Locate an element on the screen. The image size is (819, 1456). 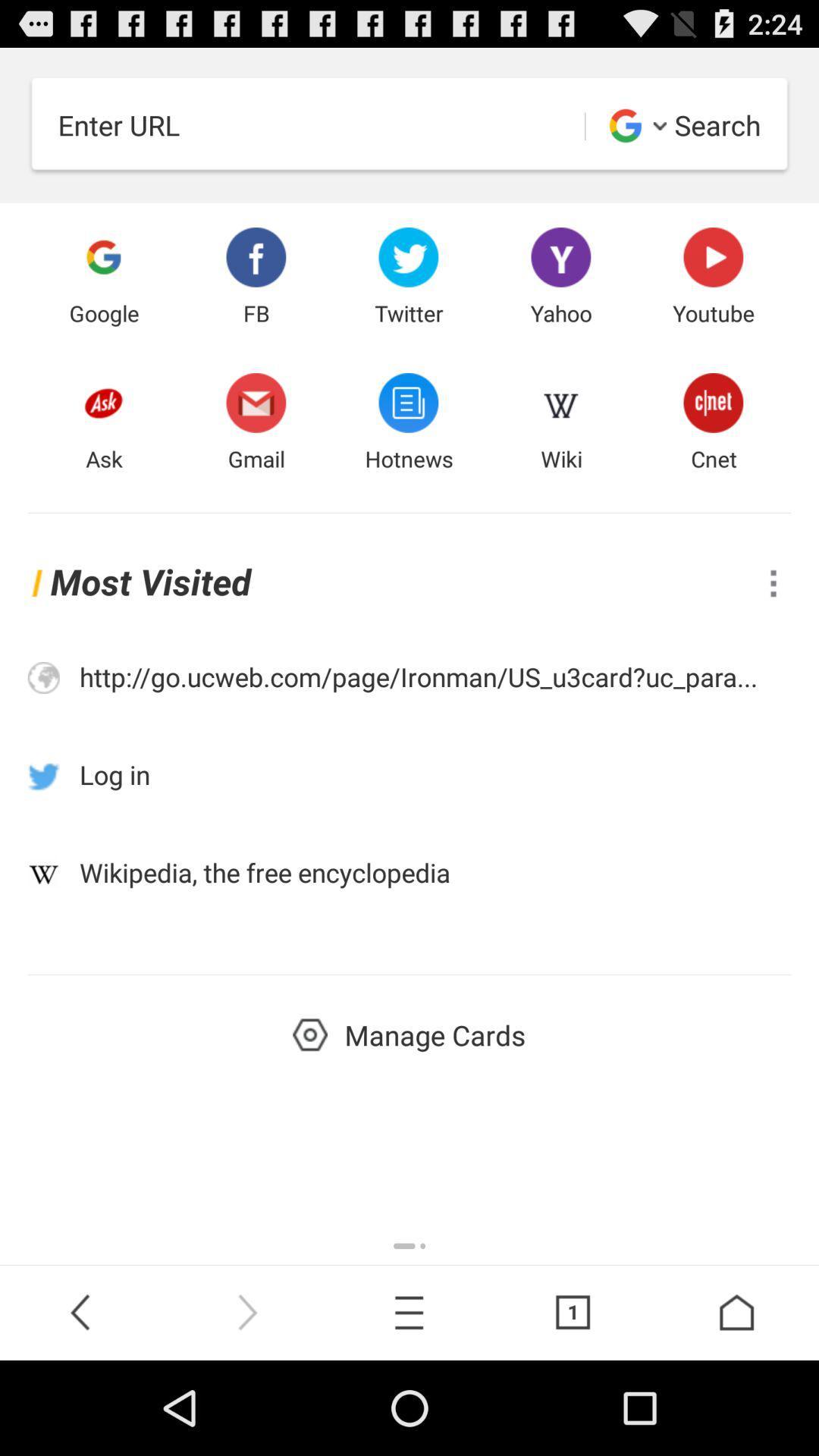
show options about most visited sites is located at coordinates (773, 582).